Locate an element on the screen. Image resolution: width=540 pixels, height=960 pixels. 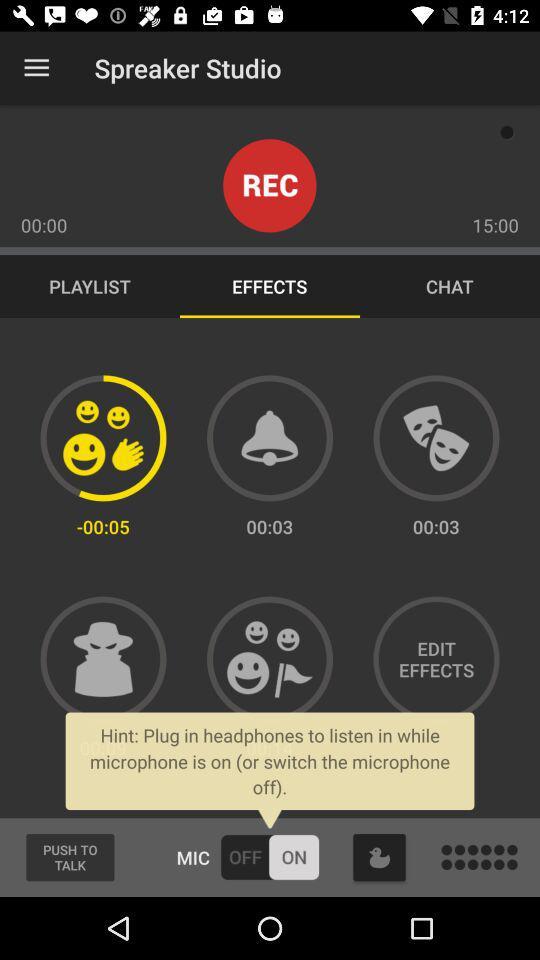
timer is located at coordinates (270, 438).